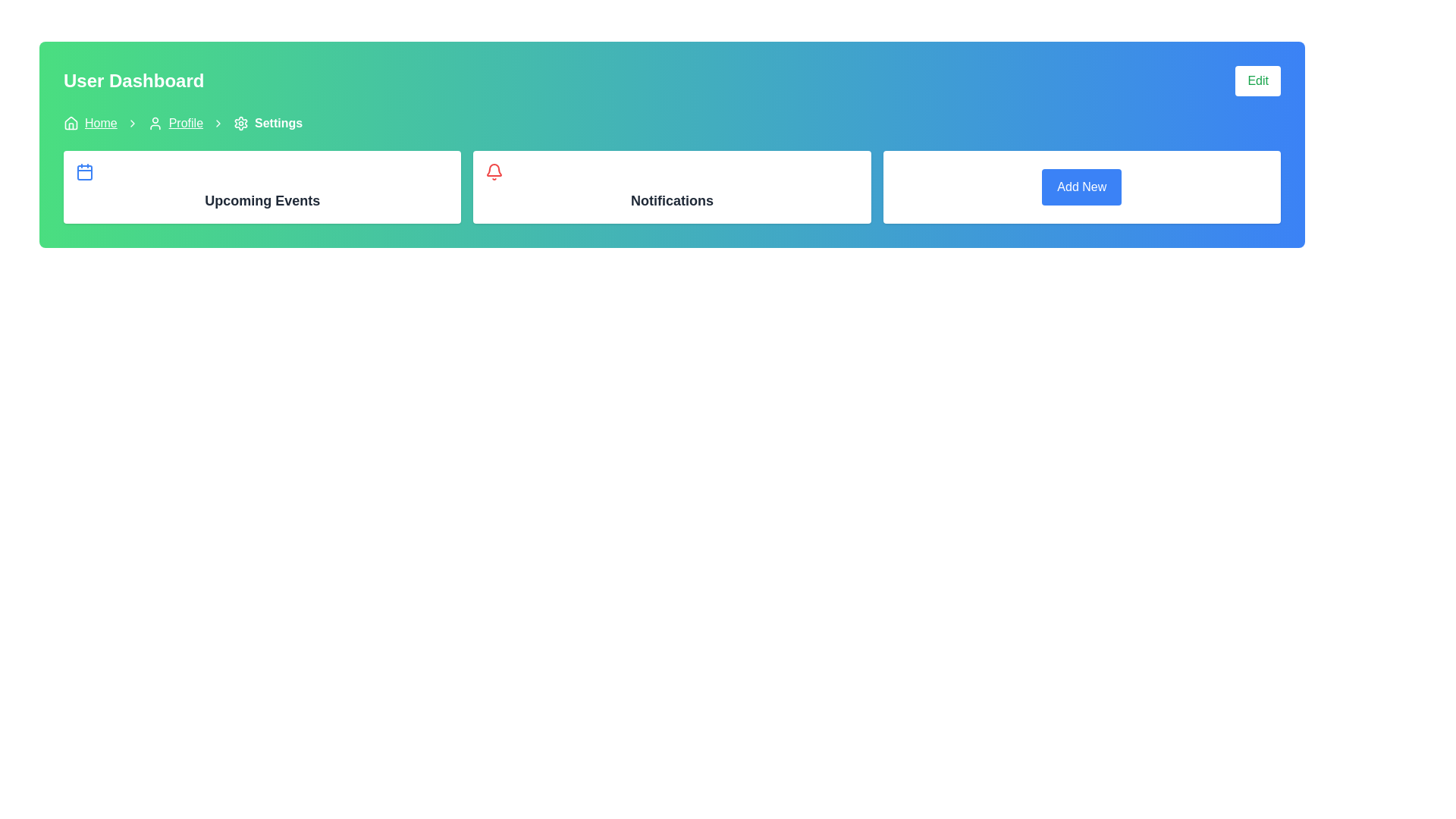 Image resolution: width=1456 pixels, height=819 pixels. Describe the element at coordinates (71, 122) in the screenshot. I see `the 'Home' icon located in the navigation bar` at that location.